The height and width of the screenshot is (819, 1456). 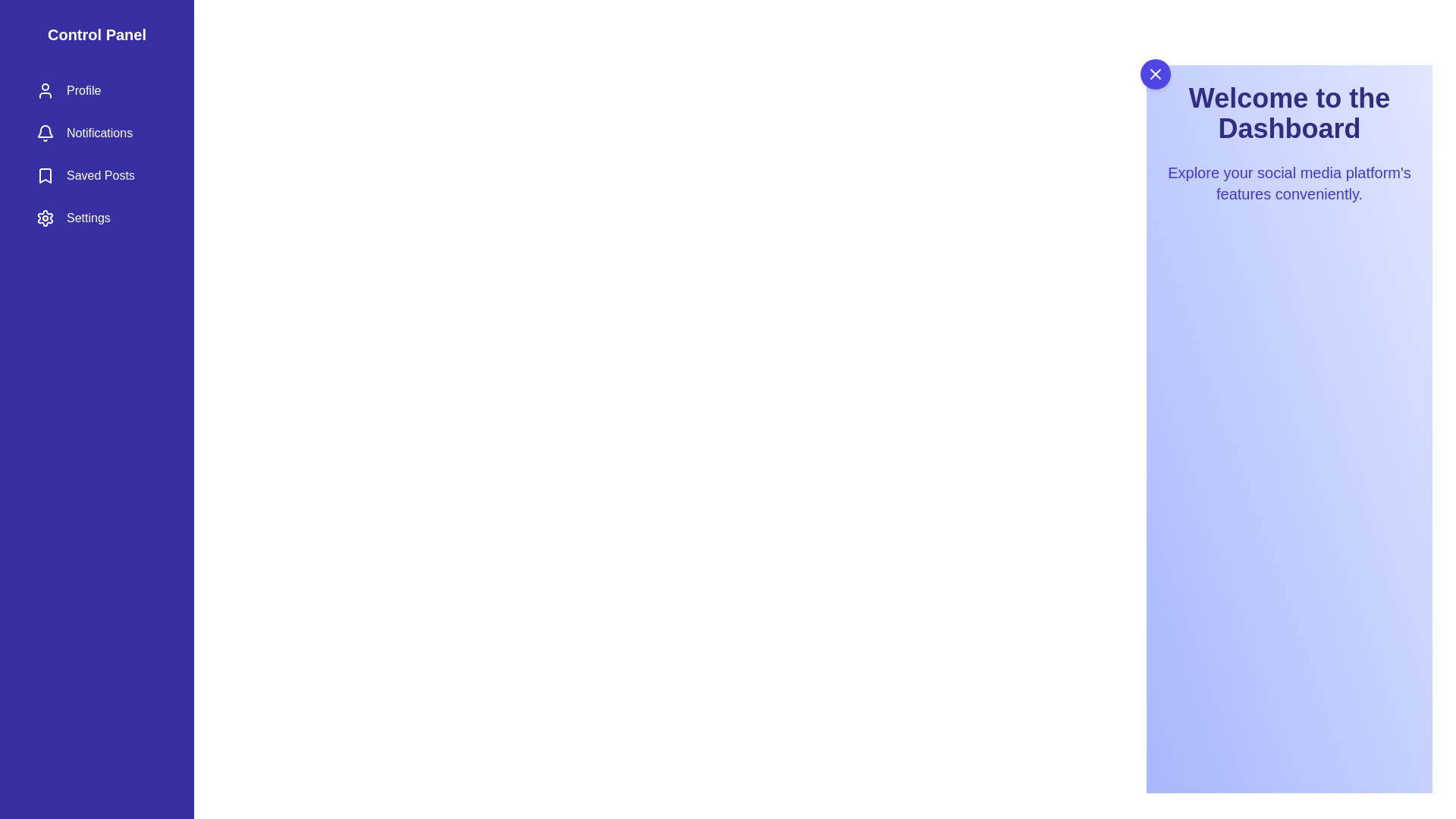 What do you see at coordinates (96, 90) in the screenshot?
I see `the side drawer item Profile to observe visual feedback` at bounding box center [96, 90].